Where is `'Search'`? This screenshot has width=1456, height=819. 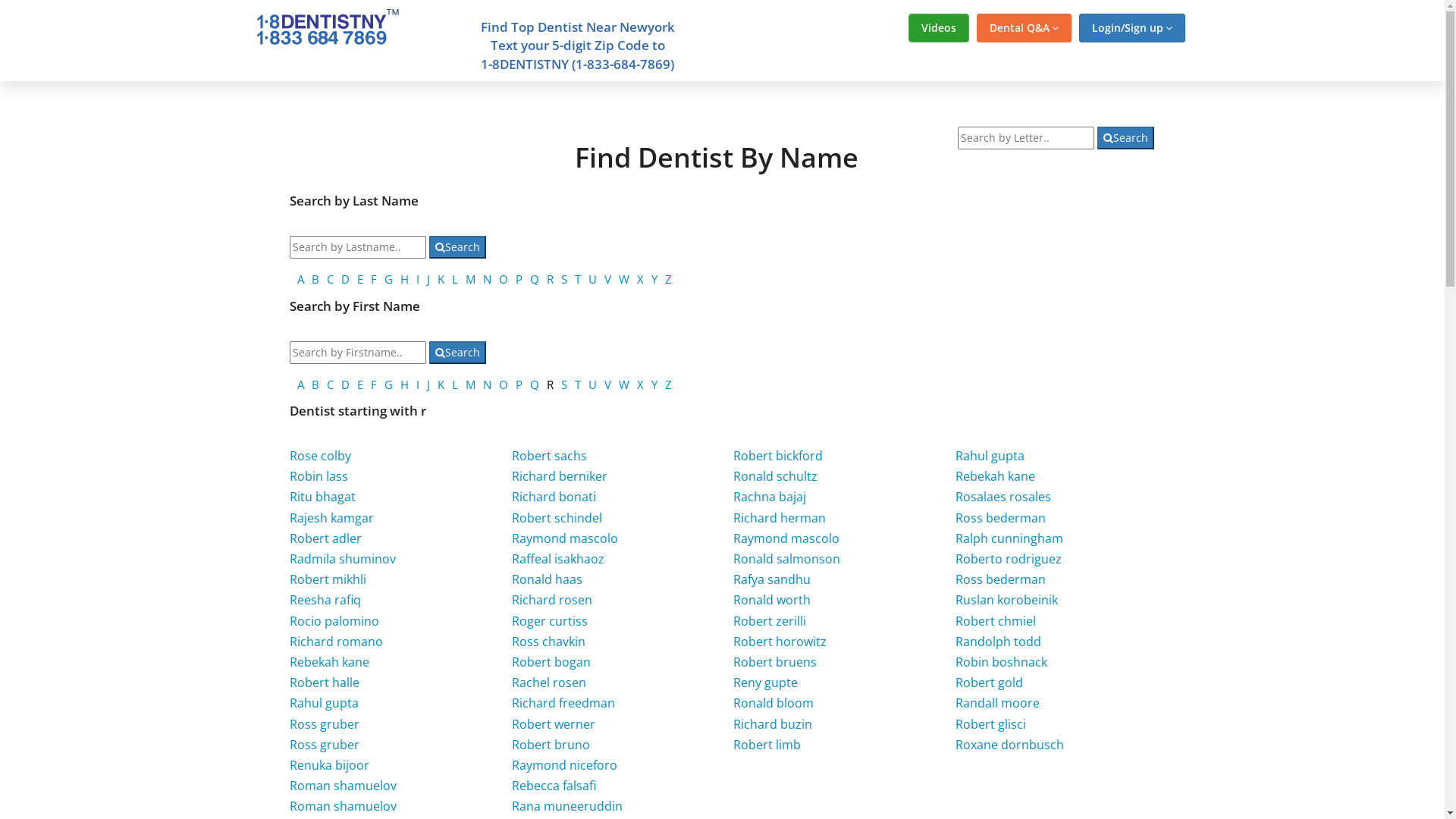 'Search' is located at coordinates (1125, 137).